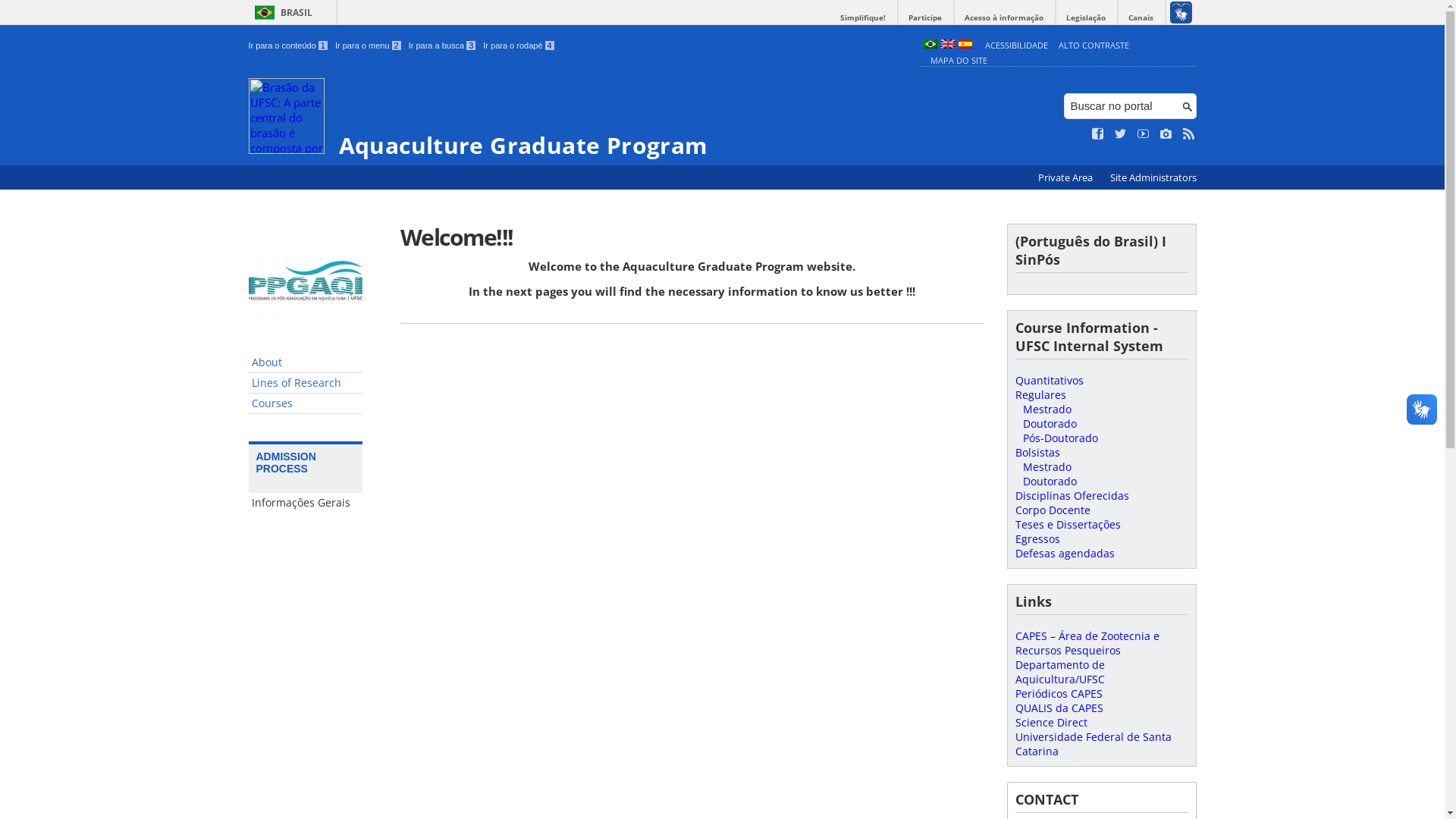 The width and height of the screenshot is (1456, 819). Describe the element at coordinates (305, 362) in the screenshot. I see `'About'` at that location.